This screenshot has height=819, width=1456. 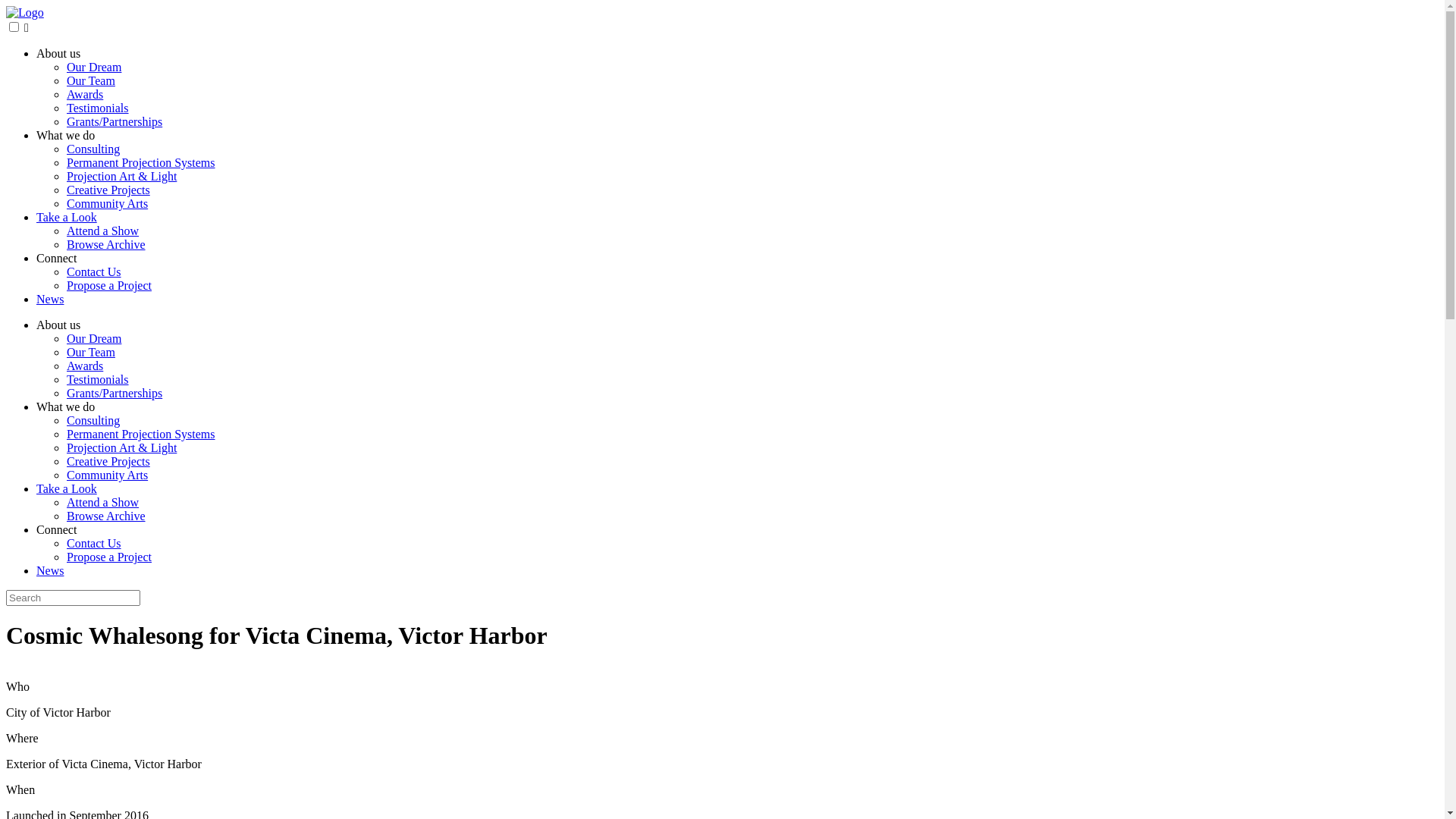 I want to click on 'Connect', so click(x=36, y=257).